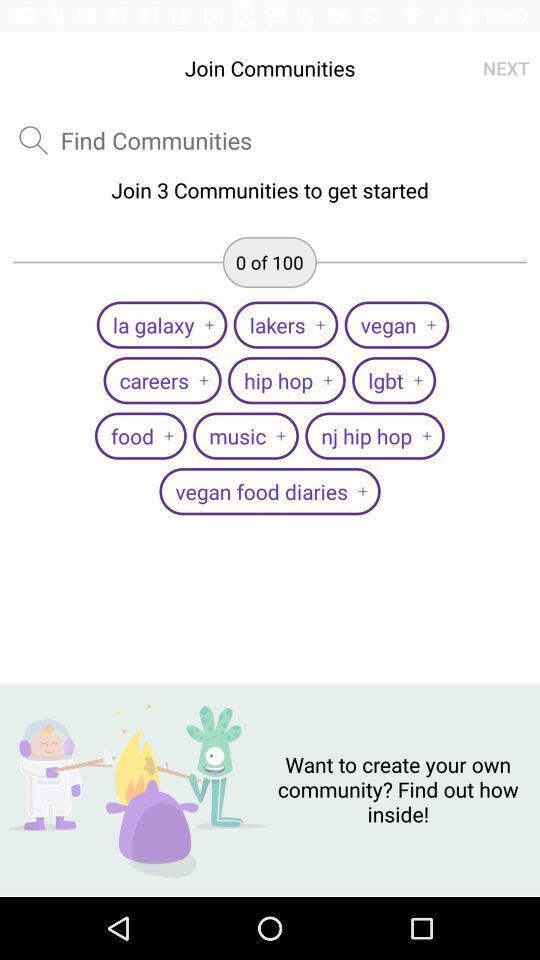 Image resolution: width=540 pixels, height=960 pixels. Describe the element at coordinates (155, 139) in the screenshot. I see `search` at that location.